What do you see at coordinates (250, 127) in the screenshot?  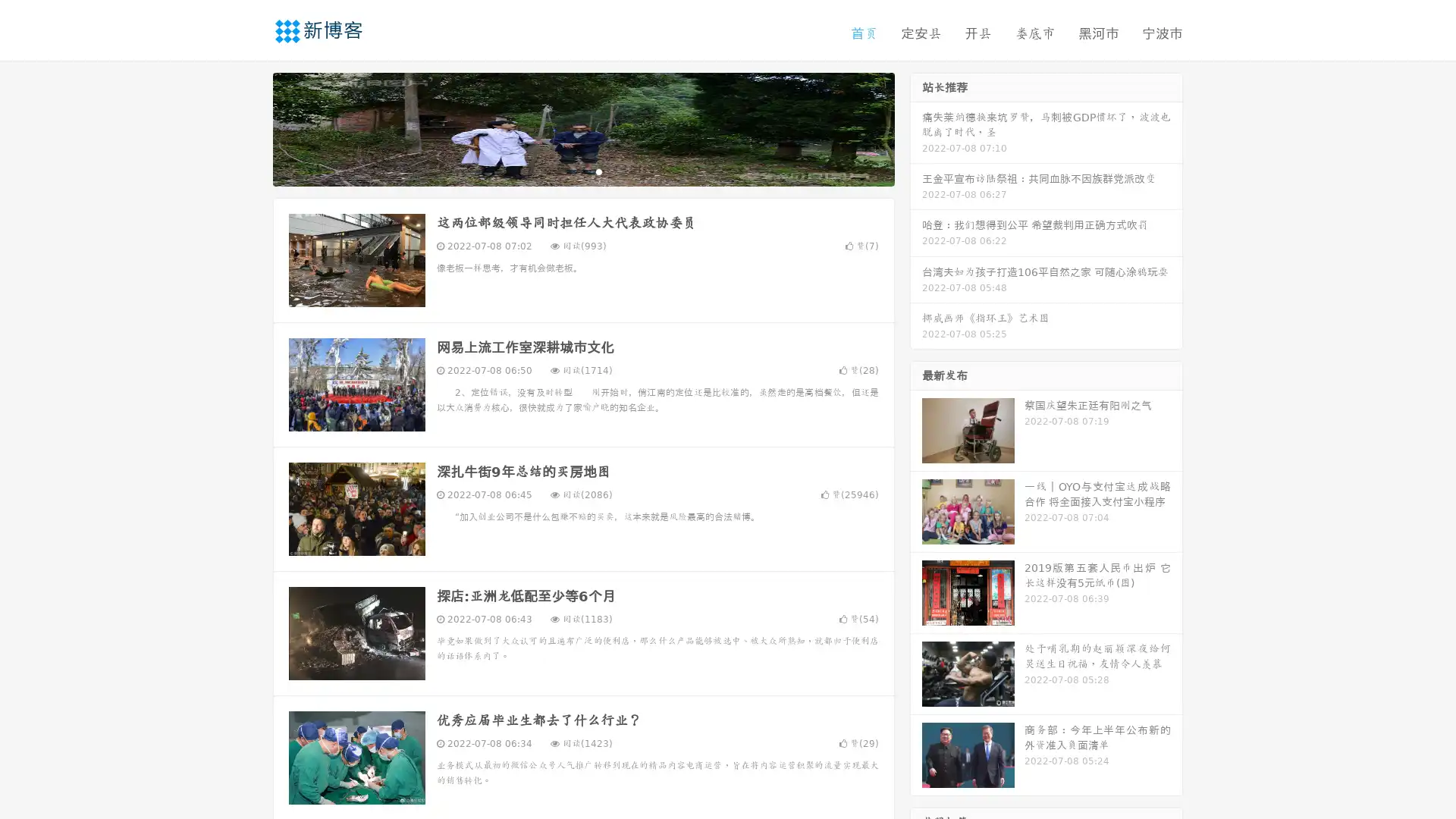 I see `Previous slide` at bounding box center [250, 127].